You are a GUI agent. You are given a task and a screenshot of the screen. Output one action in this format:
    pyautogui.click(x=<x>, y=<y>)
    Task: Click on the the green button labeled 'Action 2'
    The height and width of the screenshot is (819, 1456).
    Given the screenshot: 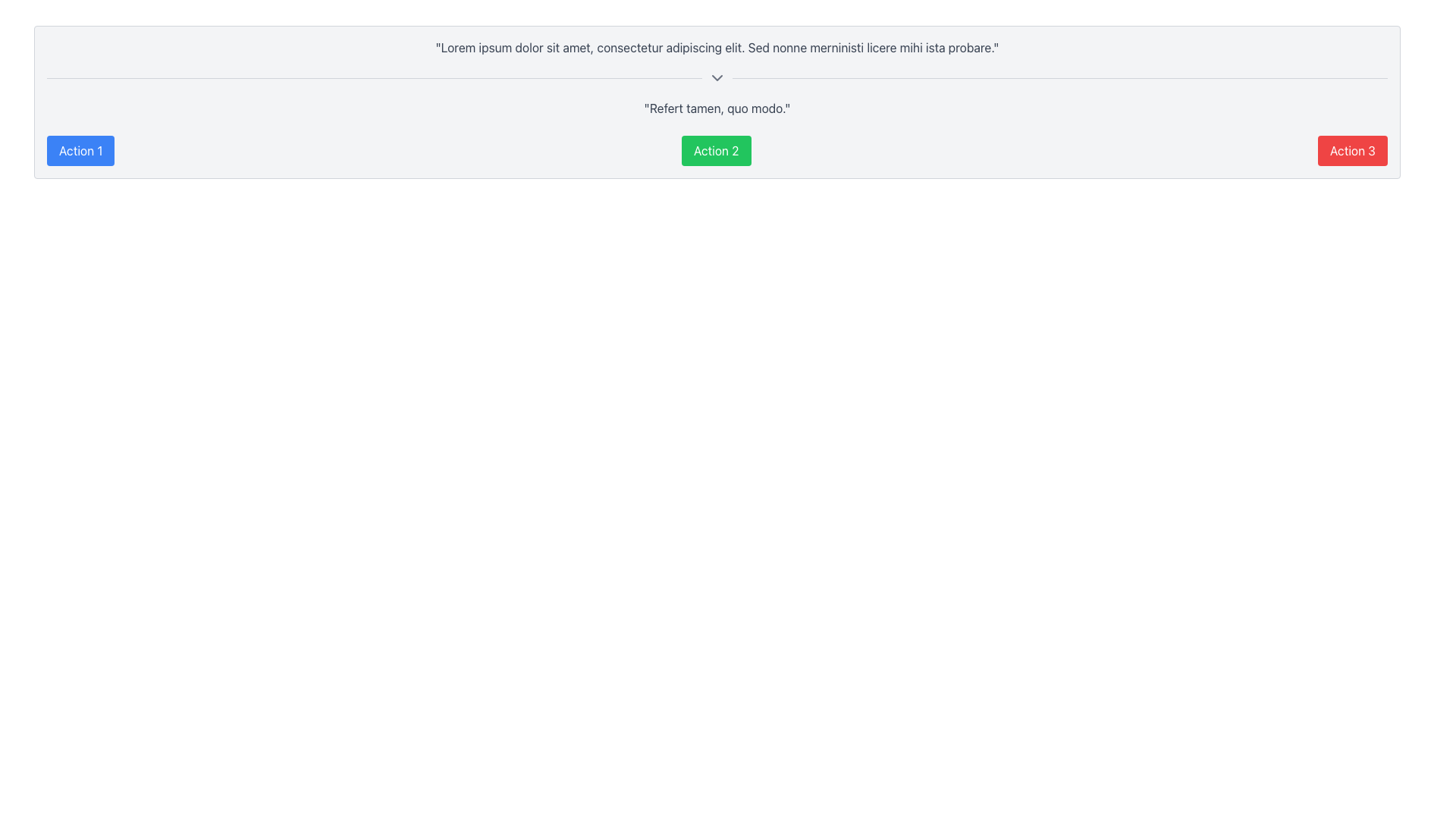 What is the action you would take?
    pyautogui.click(x=715, y=151)
    